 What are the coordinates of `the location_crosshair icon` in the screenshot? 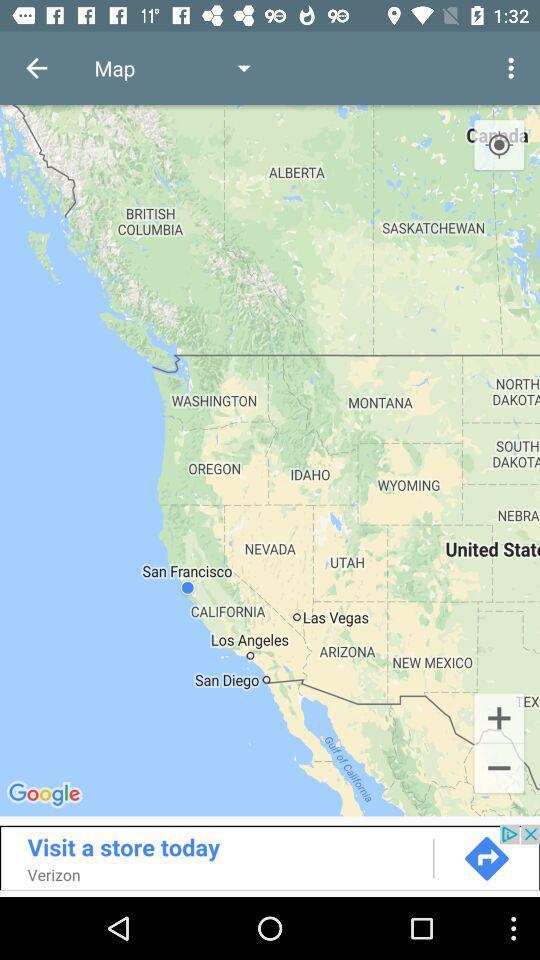 It's located at (498, 144).